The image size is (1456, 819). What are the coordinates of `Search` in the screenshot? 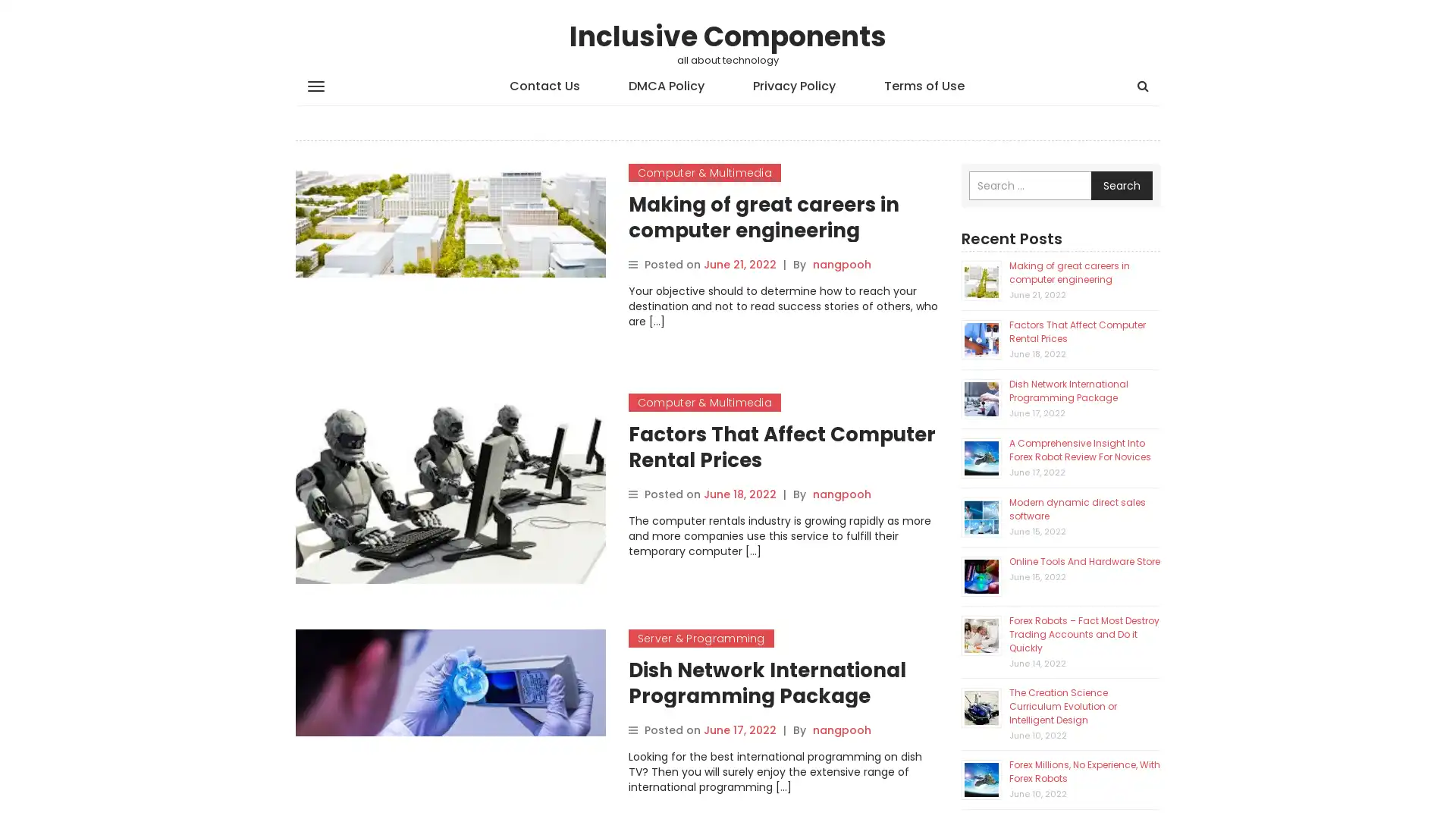 It's located at (1122, 185).